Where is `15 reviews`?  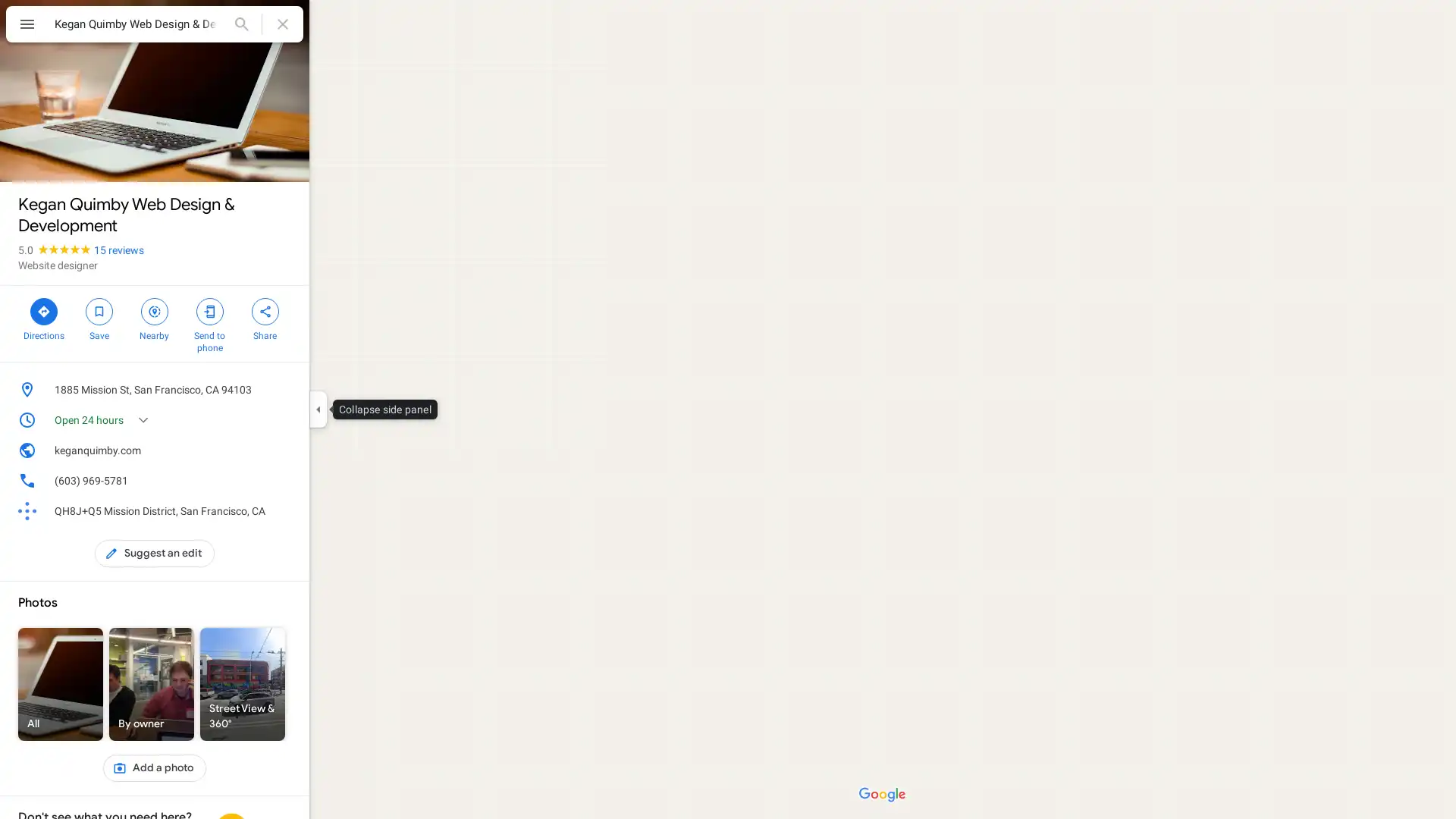
15 reviews is located at coordinates (118, 249).